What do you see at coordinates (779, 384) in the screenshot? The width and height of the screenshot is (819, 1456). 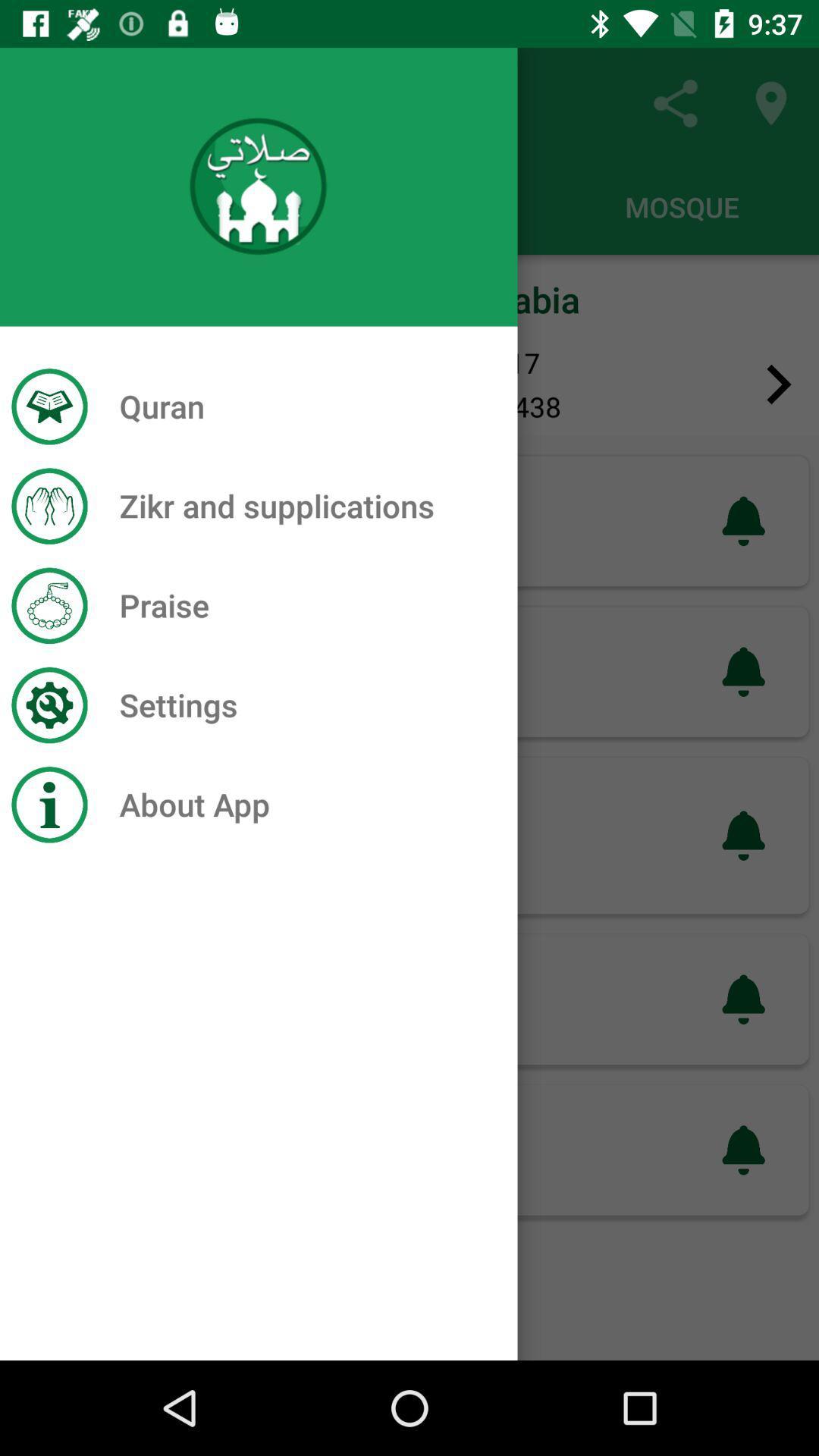 I see `the arrow_forward icon` at bounding box center [779, 384].